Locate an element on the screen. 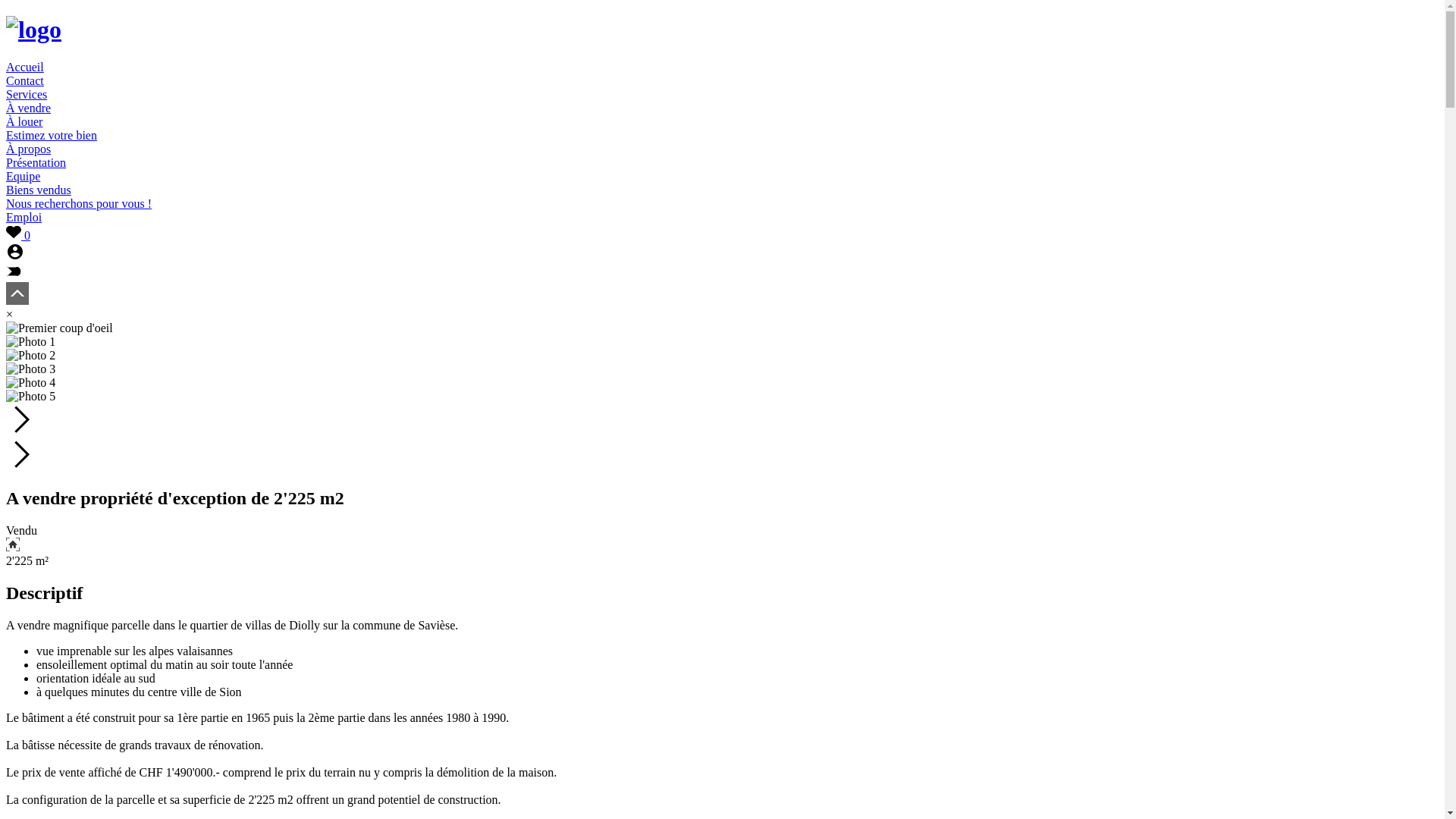 This screenshot has height=819, width=1456. 'Emploi' is located at coordinates (24, 217).